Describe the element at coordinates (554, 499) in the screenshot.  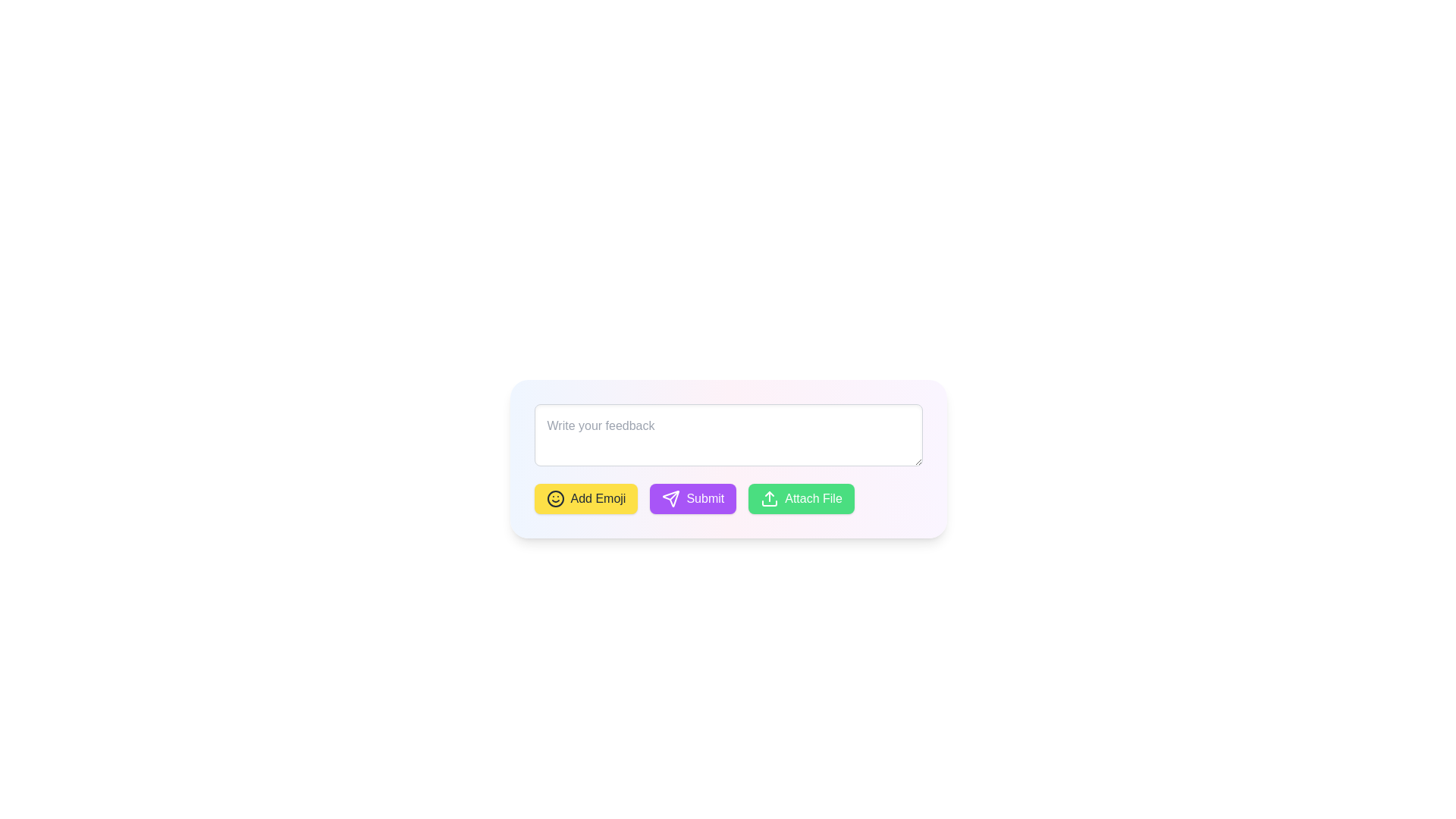
I see `the 'Add Emoji' button containing the circular smiley face icon located at the leftmost position of the button row` at that location.